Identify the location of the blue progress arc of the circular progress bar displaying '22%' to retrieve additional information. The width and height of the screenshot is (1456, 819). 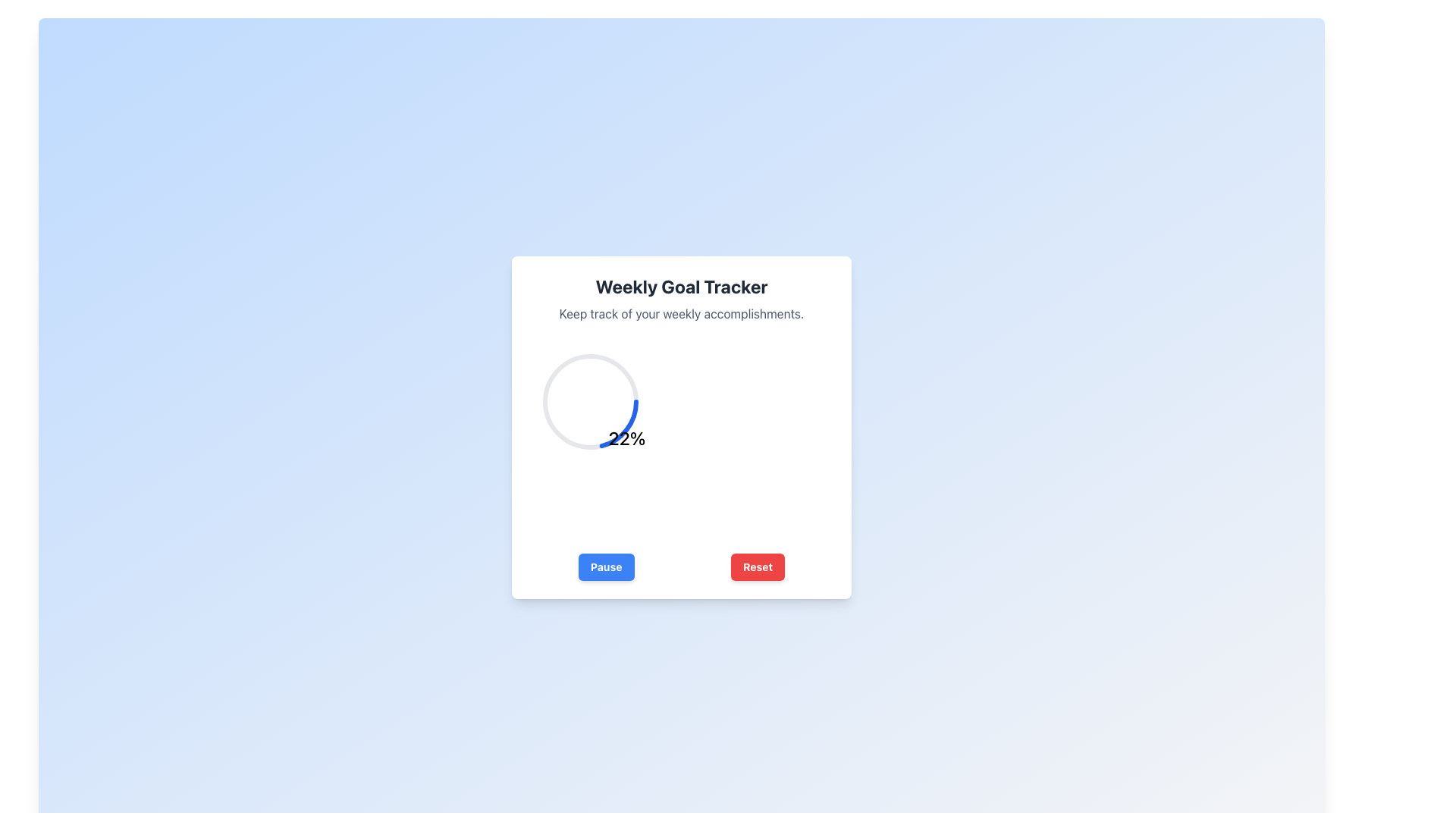
(589, 400).